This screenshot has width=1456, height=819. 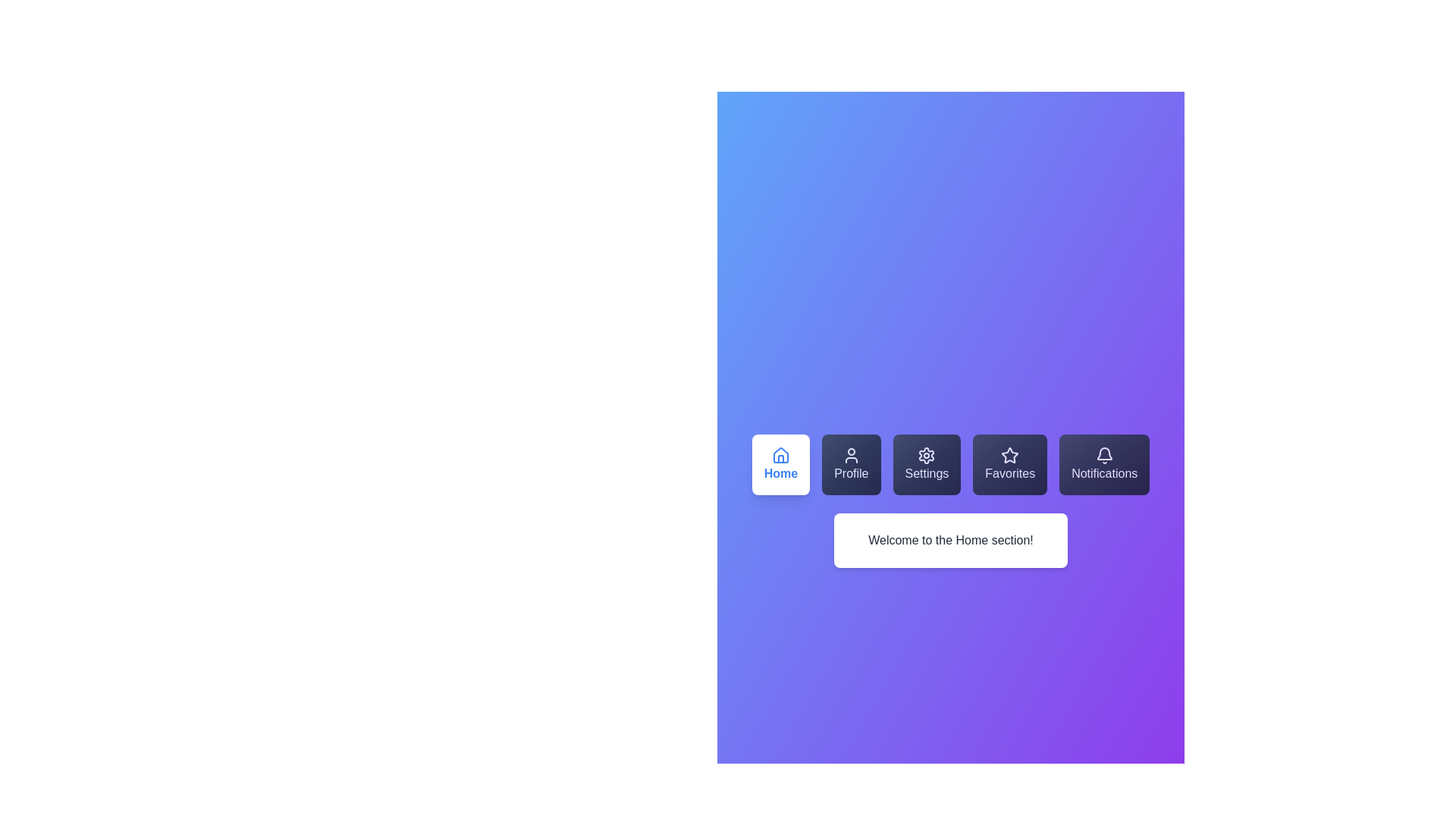 What do you see at coordinates (949, 540) in the screenshot?
I see `the Static Text Block that displays 'Welcome to the Home section!' which is located below the row of interactive buttons in a centered position` at bounding box center [949, 540].